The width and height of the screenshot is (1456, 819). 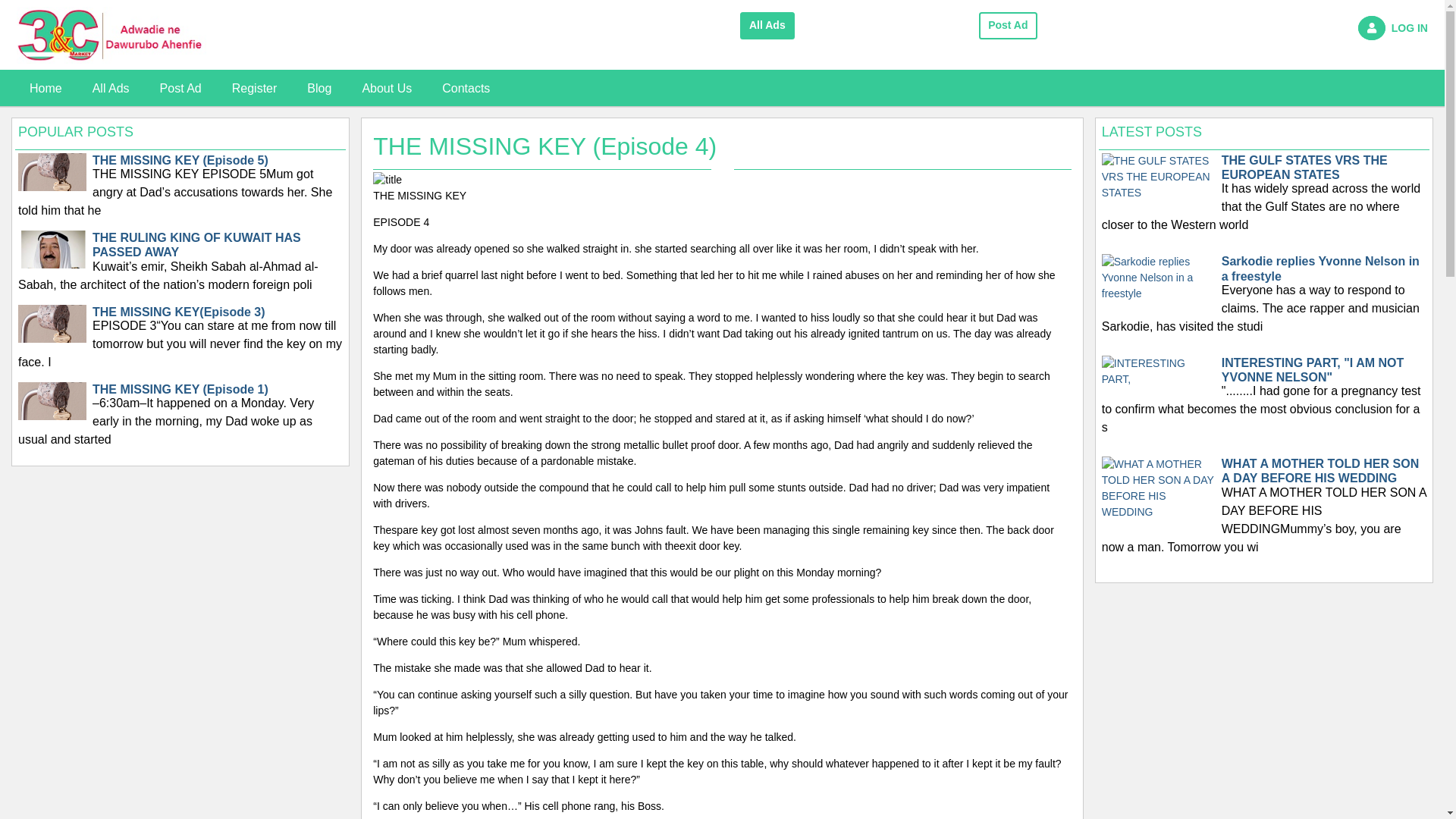 What do you see at coordinates (52, 264) in the screenshot?
I see `'THE RULING KING OF KUWAIT HAS PASSED AWAY'` at bounding box center [52, 264].